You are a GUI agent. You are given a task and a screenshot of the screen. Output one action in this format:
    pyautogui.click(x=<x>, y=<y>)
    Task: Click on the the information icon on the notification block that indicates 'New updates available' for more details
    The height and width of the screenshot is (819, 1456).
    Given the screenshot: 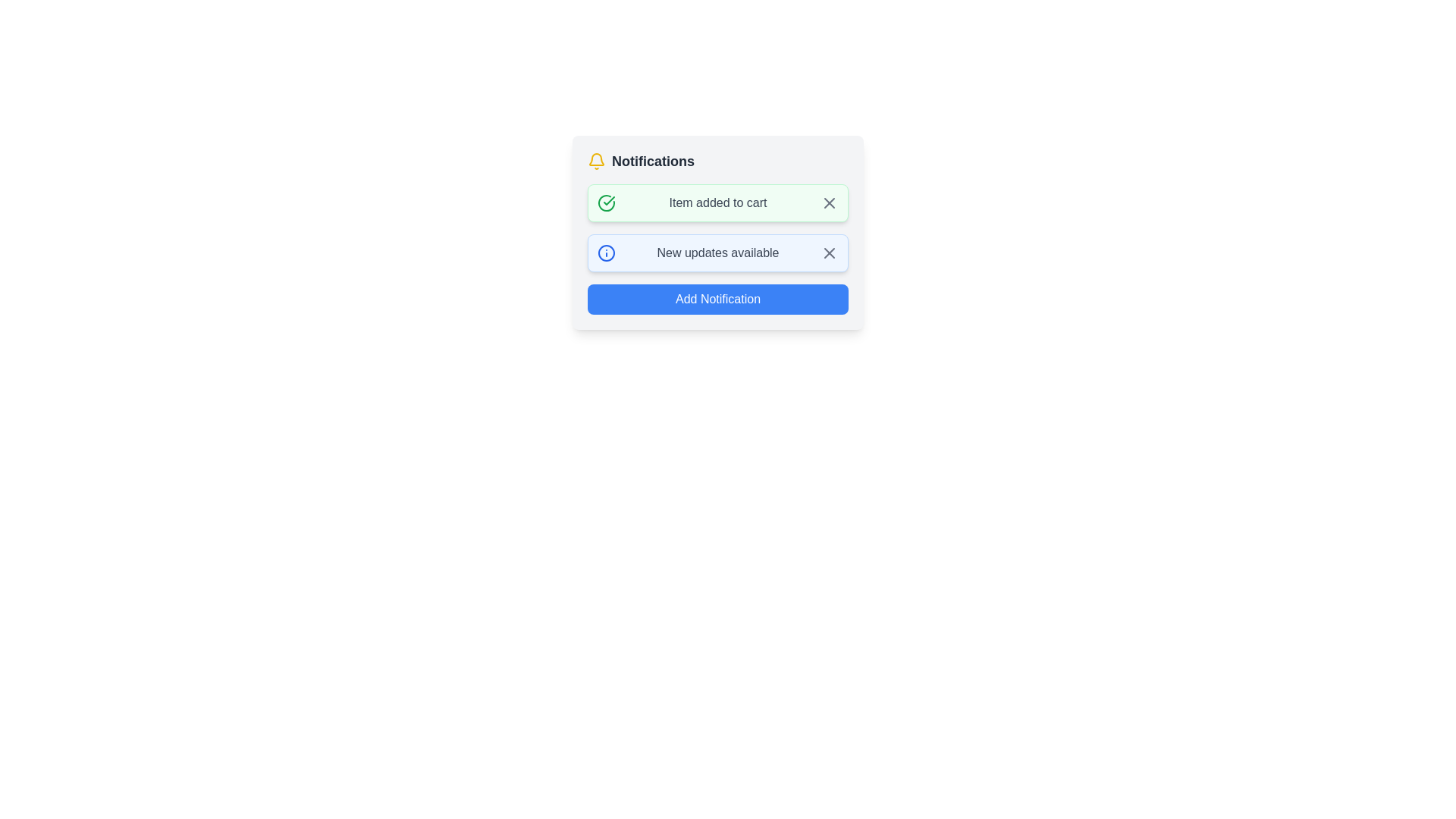 What is the action you would take?
    pyautogui.click(x=717, y=253)
    